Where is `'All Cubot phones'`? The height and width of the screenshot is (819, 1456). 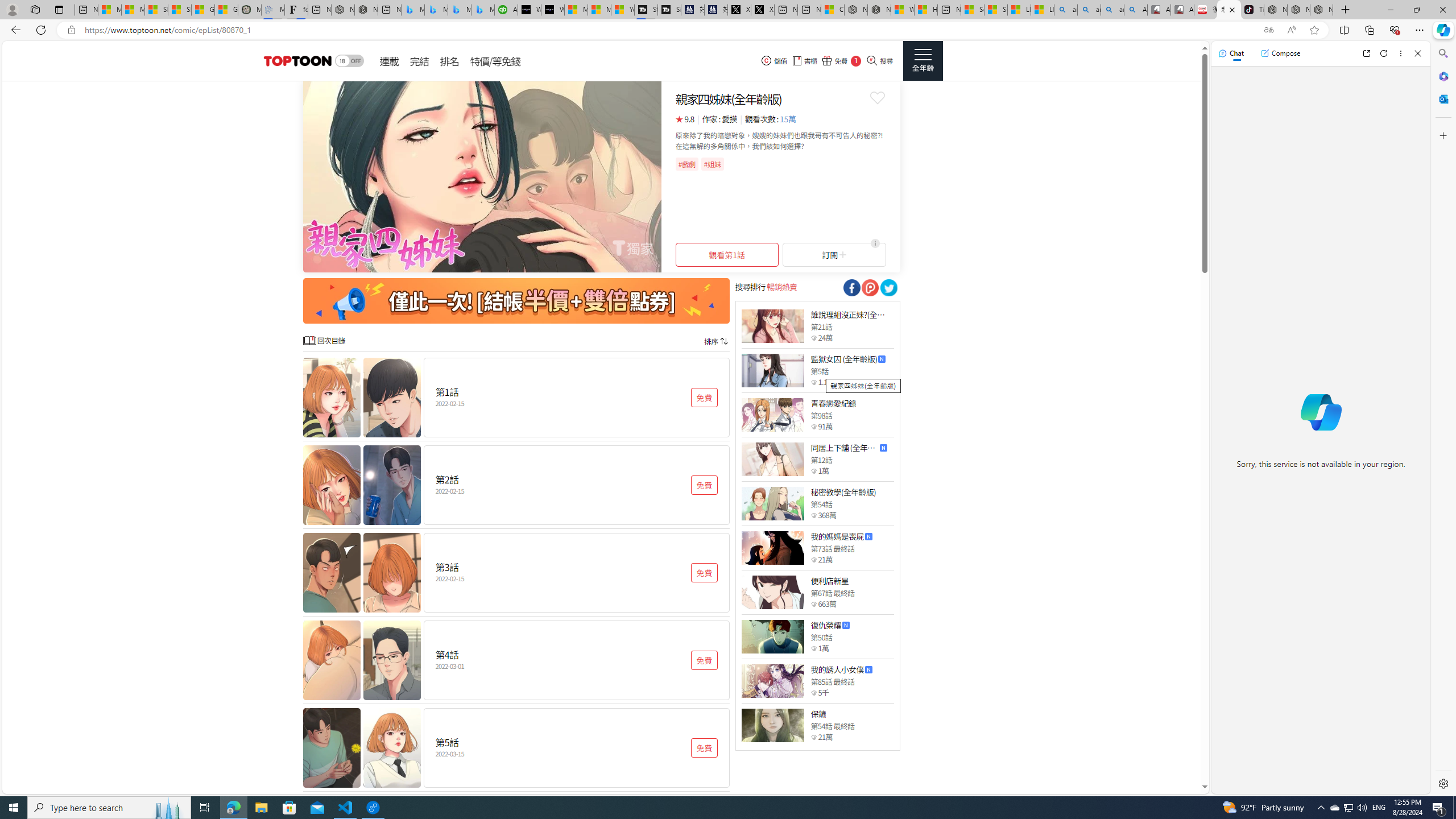
'All Cubot phones' is located at coordinates (1182, 9).